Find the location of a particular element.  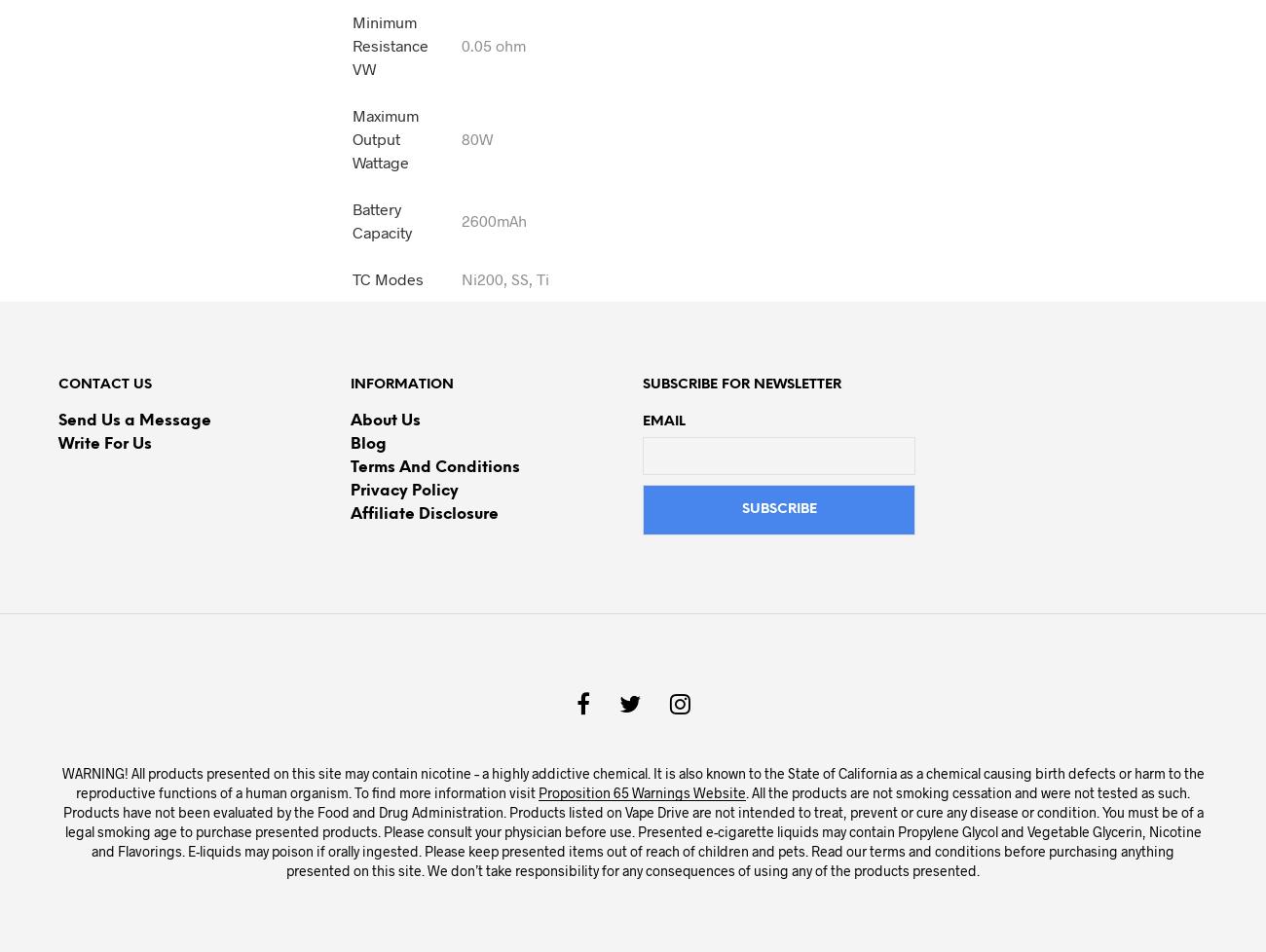

'2600mAh' is located at coordinates (494, 219).